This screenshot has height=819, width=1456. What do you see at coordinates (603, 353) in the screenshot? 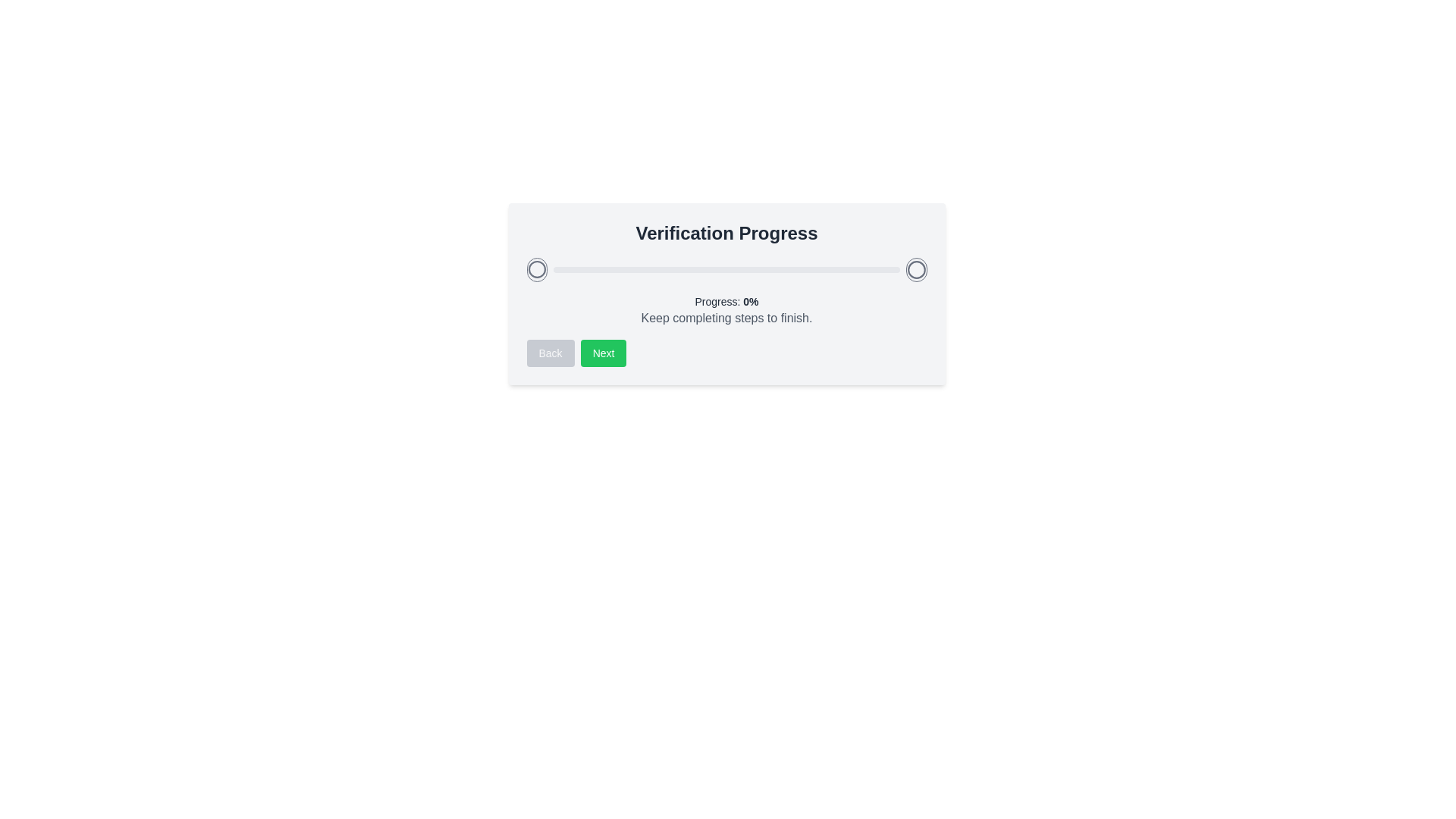
I see `the navigation button located at the bottom center of the interface, positioned to the right of the 'Back' button` at bounding box center [603, 353].